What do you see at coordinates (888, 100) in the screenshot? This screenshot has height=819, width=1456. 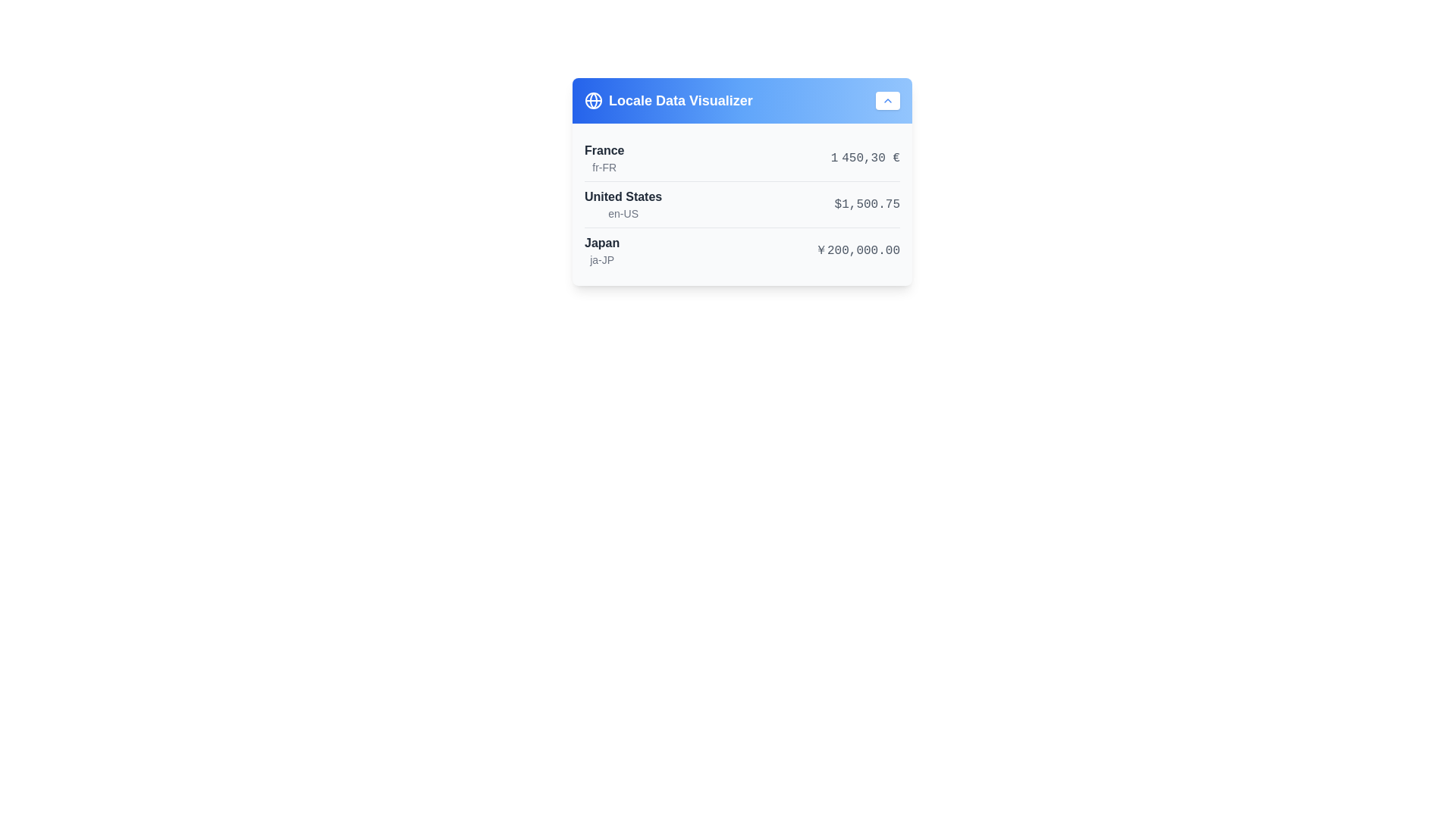 I see `the small chevron-up icon located in the top-right corner of the blue title bar labeled 'Locale Data Visualizer'` at bounding box center [888, 100].